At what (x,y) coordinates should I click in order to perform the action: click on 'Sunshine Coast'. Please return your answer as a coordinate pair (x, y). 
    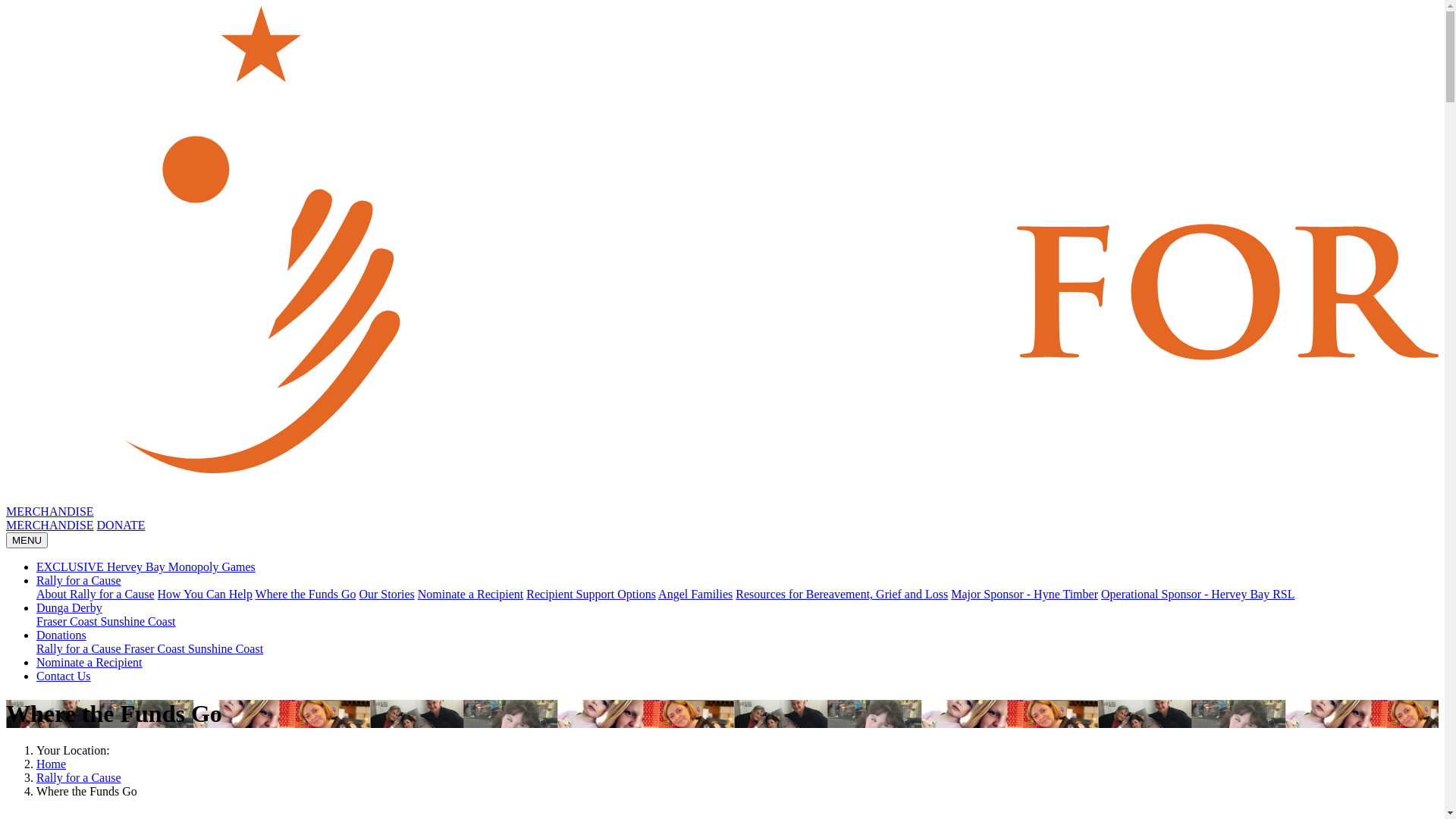
    Looking at the image, I should click on (137, 621).